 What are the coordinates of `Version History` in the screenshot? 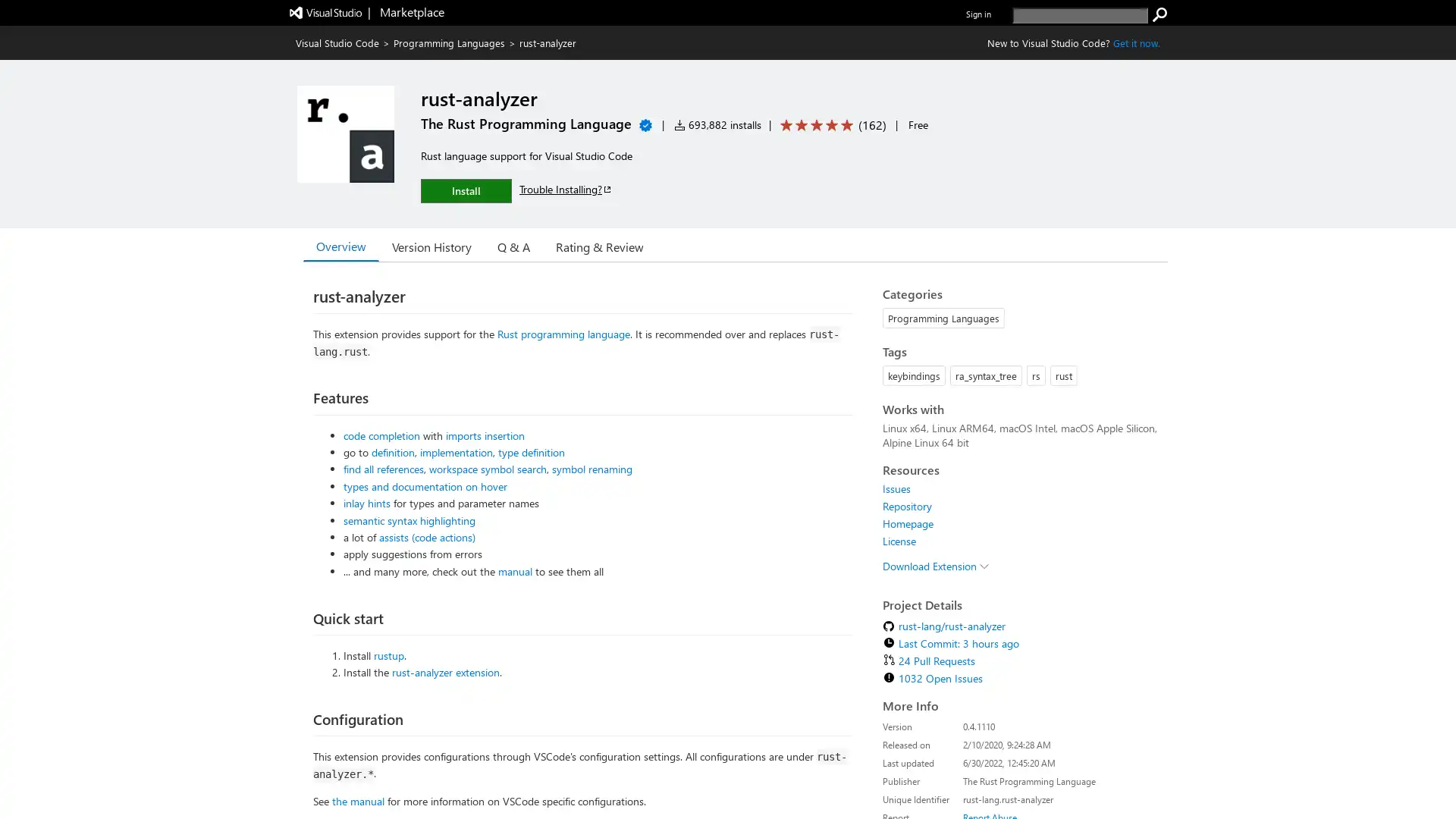 It's located at (431, 245).